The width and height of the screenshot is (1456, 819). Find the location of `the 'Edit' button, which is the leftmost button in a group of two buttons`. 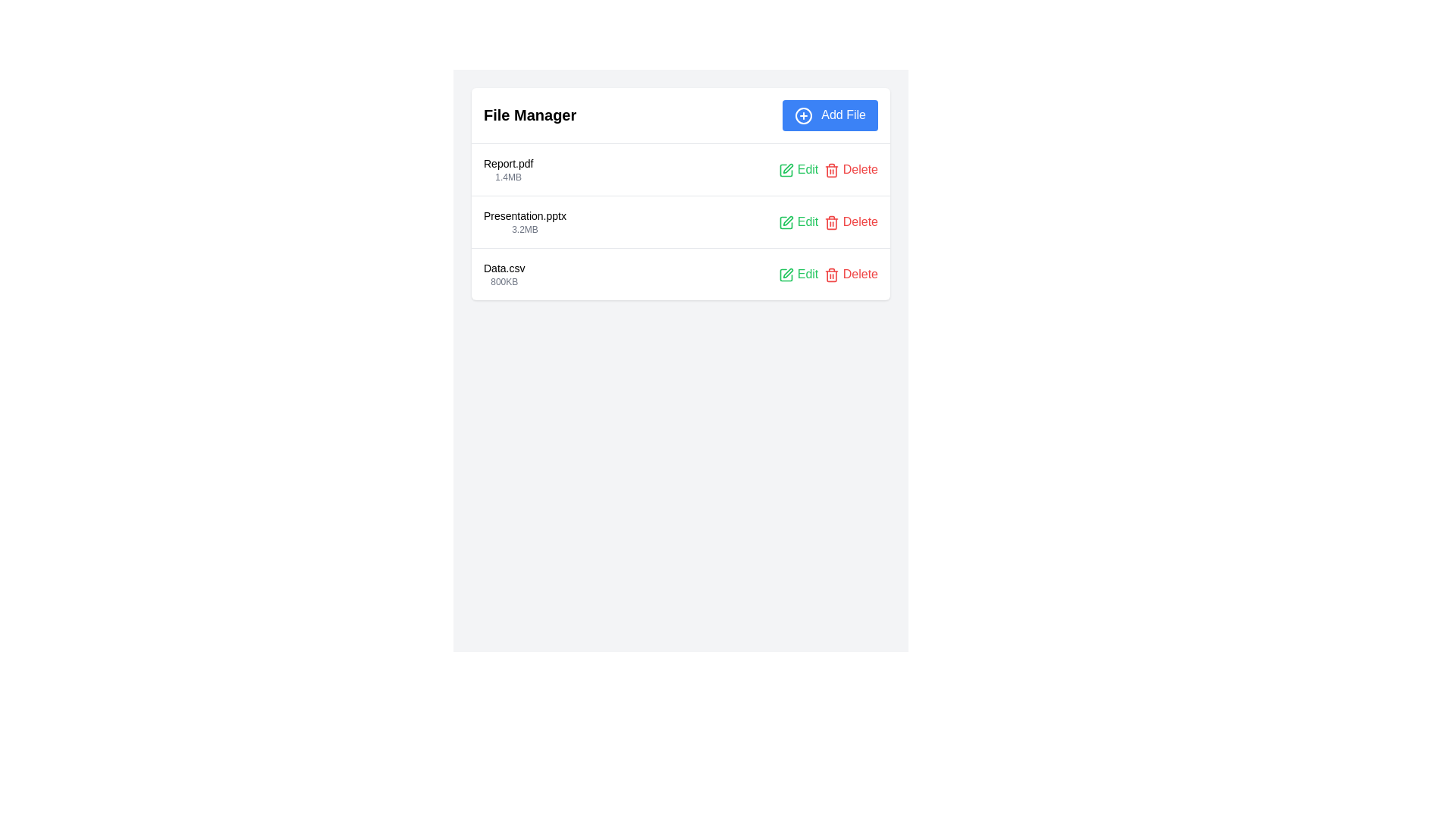

the 'Edit' button, which is the leftmost button in a group of two buttons is located at coordinates (786, 170).